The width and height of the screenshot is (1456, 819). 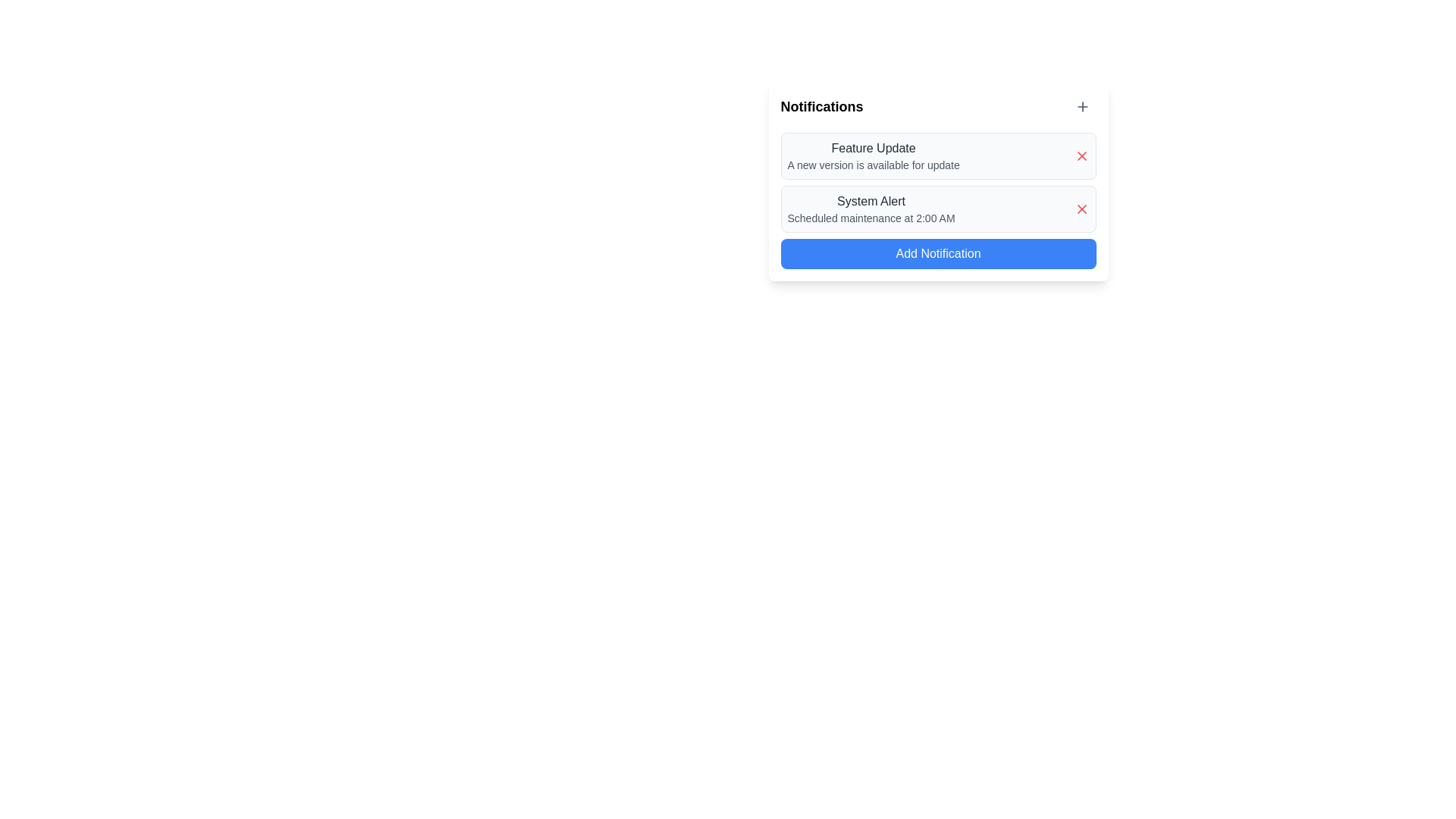 I want to click on the button located in the top-right corner of the 'System Alert' notification card, so click(x=1081, y=209).